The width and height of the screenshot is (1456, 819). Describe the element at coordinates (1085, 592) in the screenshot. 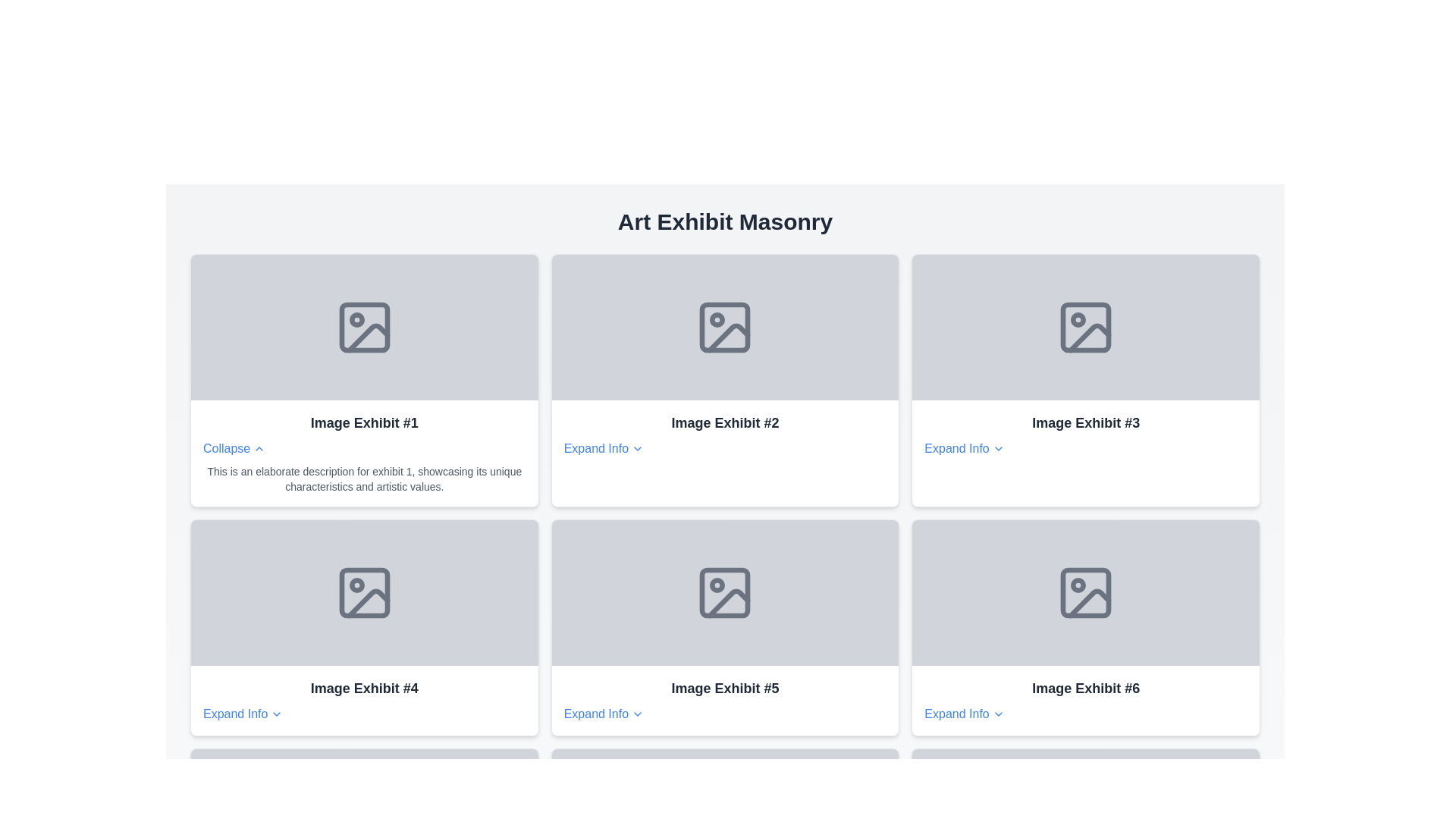

I see `the icon-like graphical component depicting an image placeholder located in the sixth card labeled 'Image Exhibit #6'` at that location.